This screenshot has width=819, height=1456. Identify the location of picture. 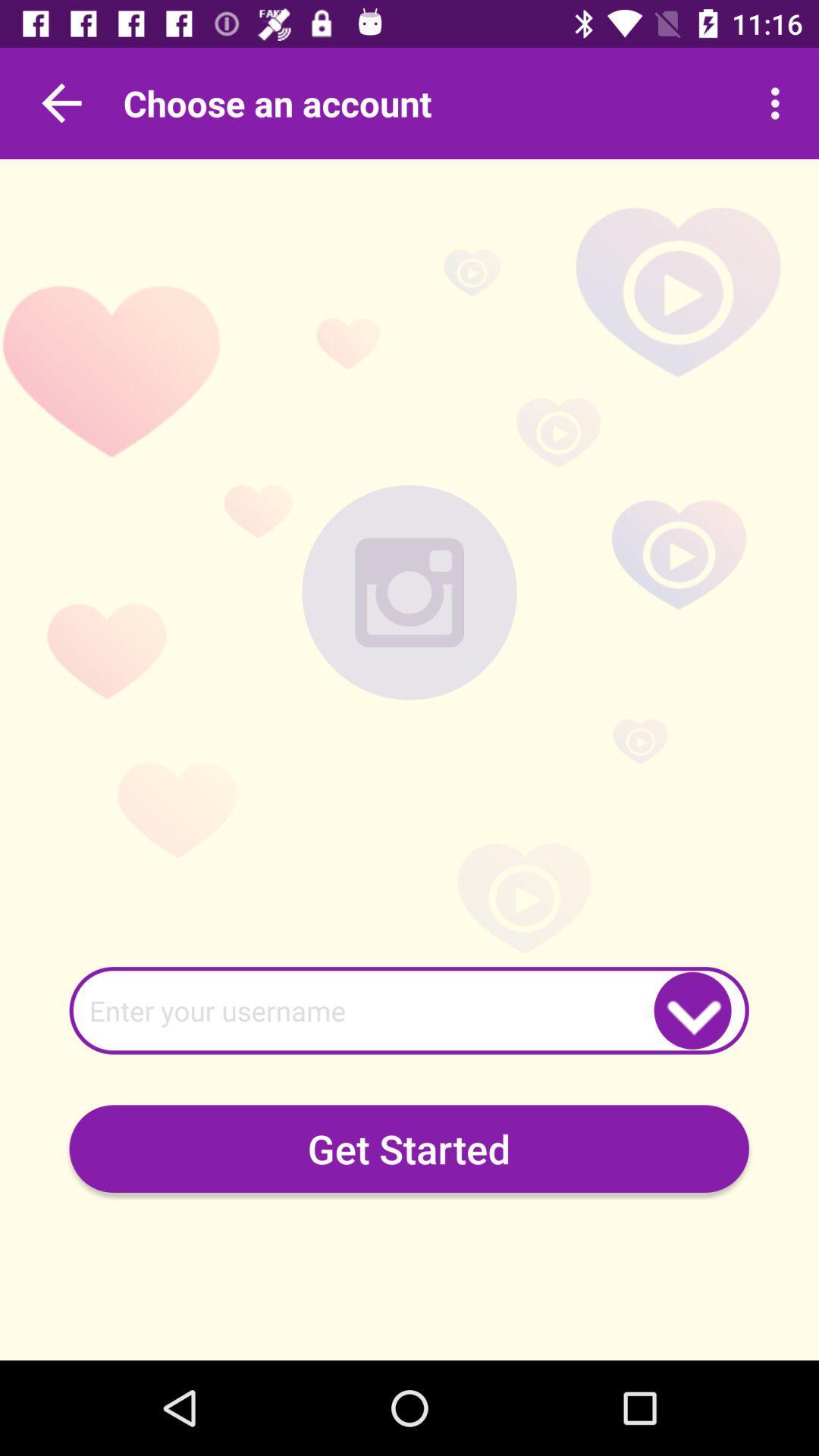
(409, 591).